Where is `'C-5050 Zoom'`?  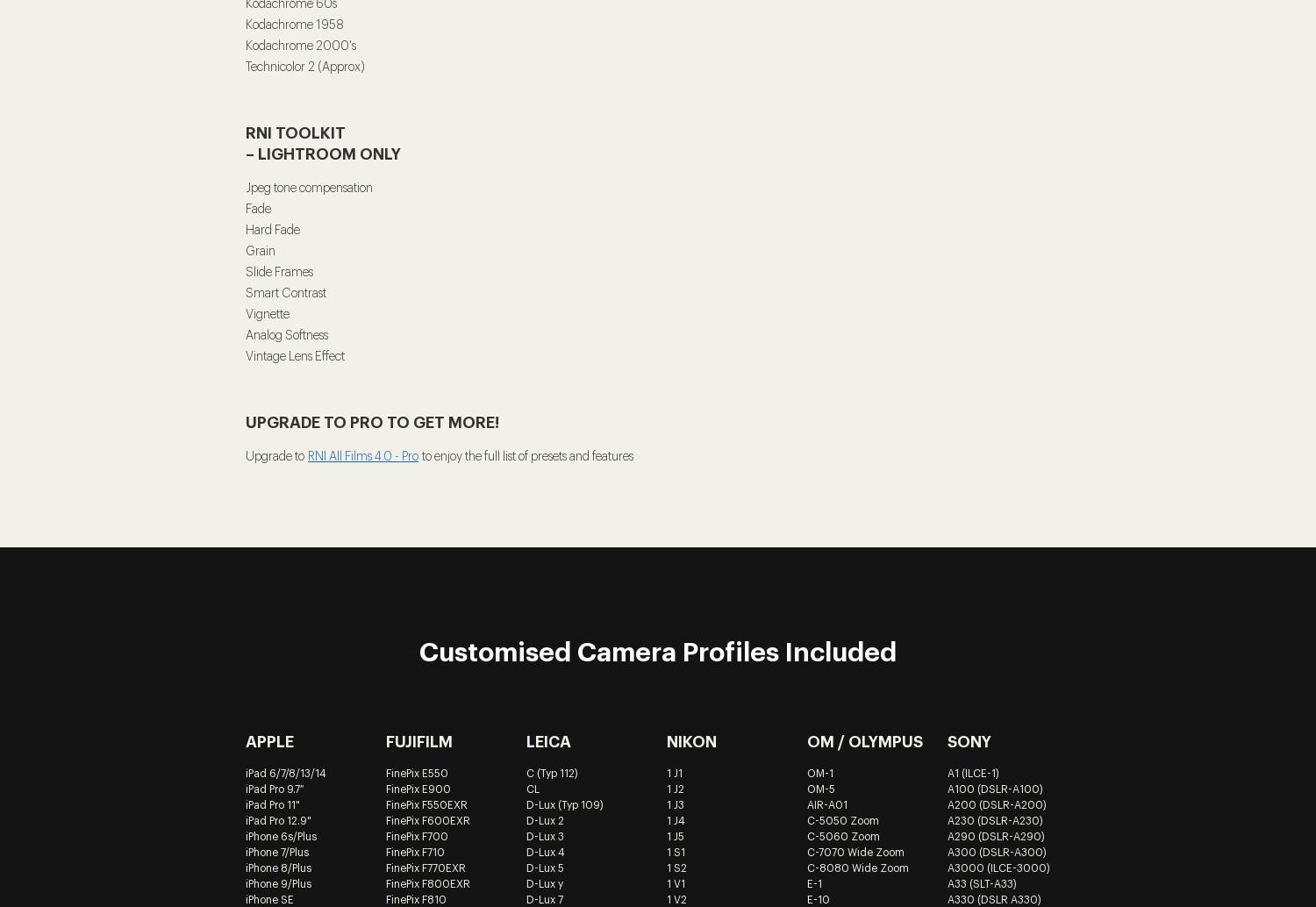 'C-5050 Zoom' is located at coordinates (841, 819).